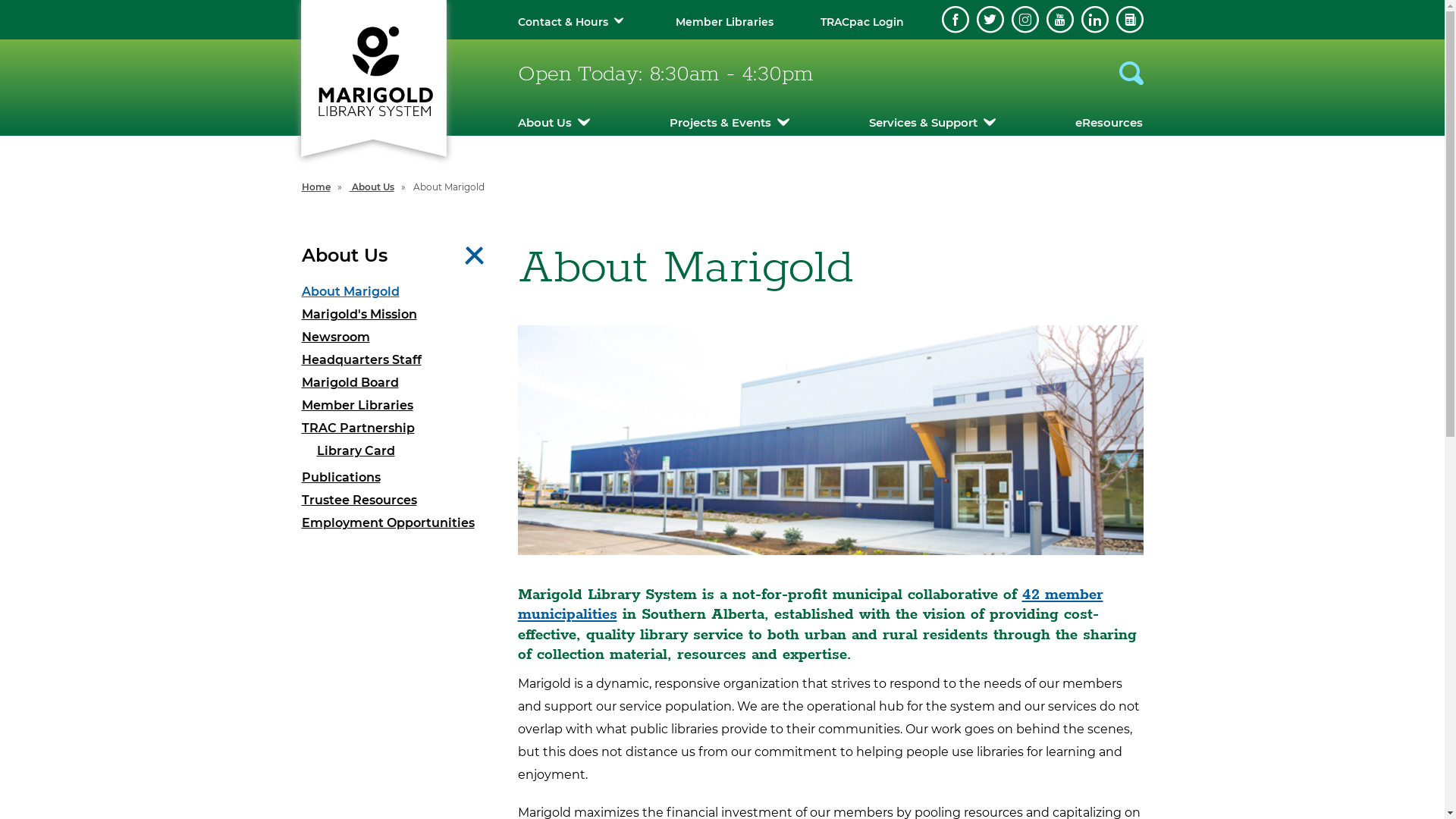  Describe the element at coordinates (976, 20) in the screenshot. I see `'Twitter'` at that location.